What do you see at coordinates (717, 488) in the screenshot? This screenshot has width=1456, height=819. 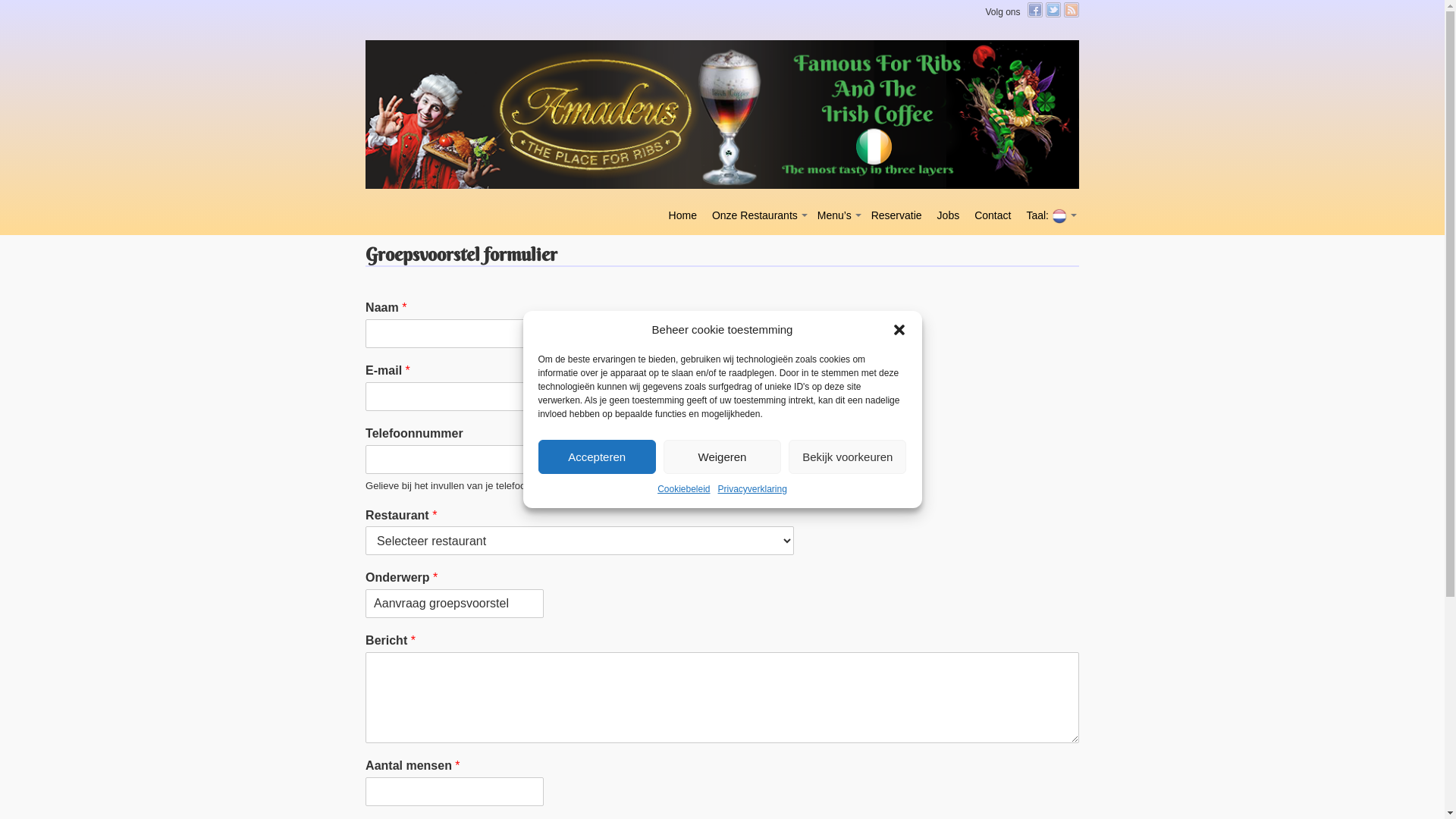 I see `'Privacyverklaring'` at bounding box center [717, 488].